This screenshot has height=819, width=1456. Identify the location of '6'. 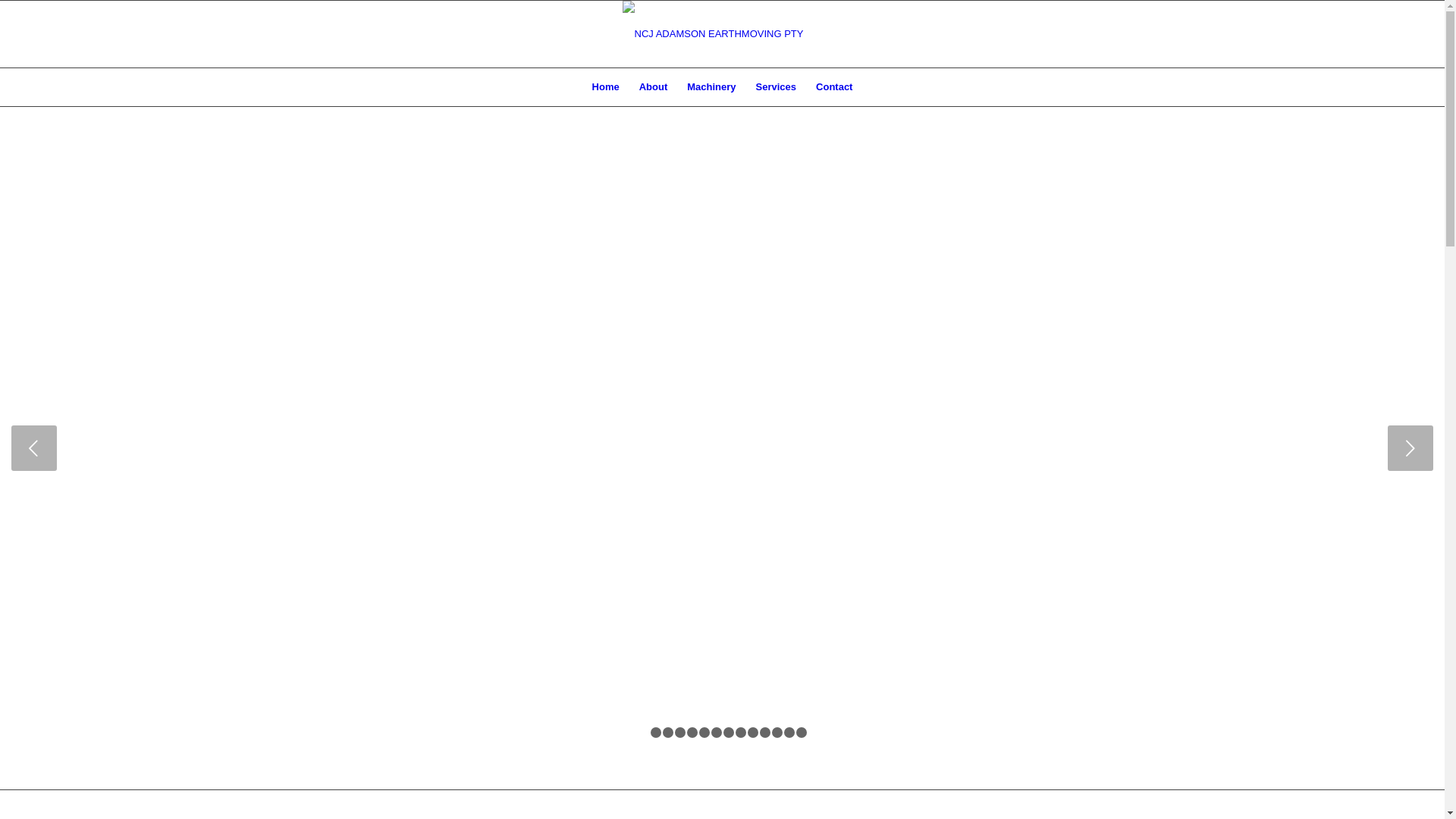
(704, 731).